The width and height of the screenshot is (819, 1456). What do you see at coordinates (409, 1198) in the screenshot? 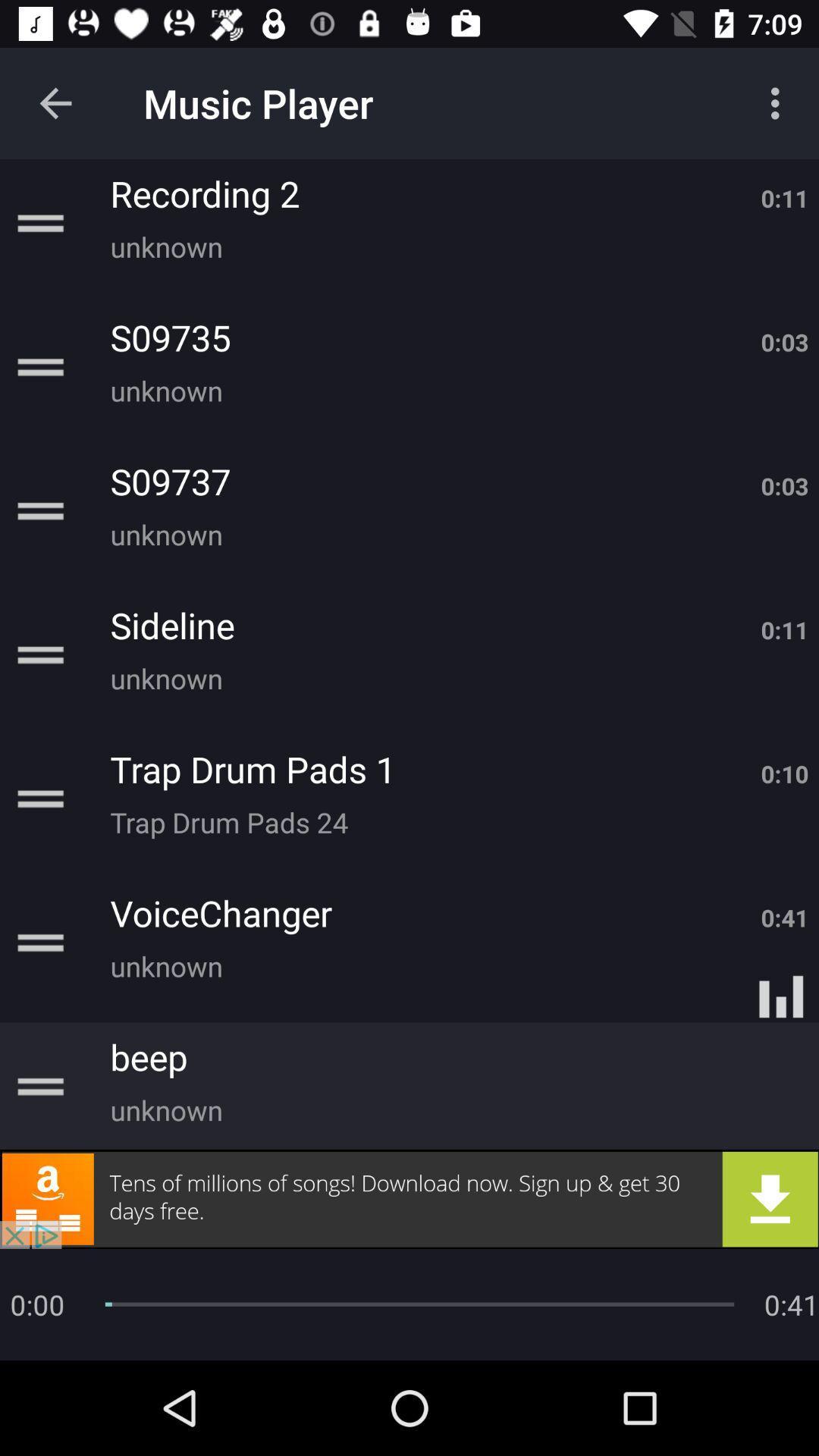
I see `click advertisement` at bounding box center [409, 1198].